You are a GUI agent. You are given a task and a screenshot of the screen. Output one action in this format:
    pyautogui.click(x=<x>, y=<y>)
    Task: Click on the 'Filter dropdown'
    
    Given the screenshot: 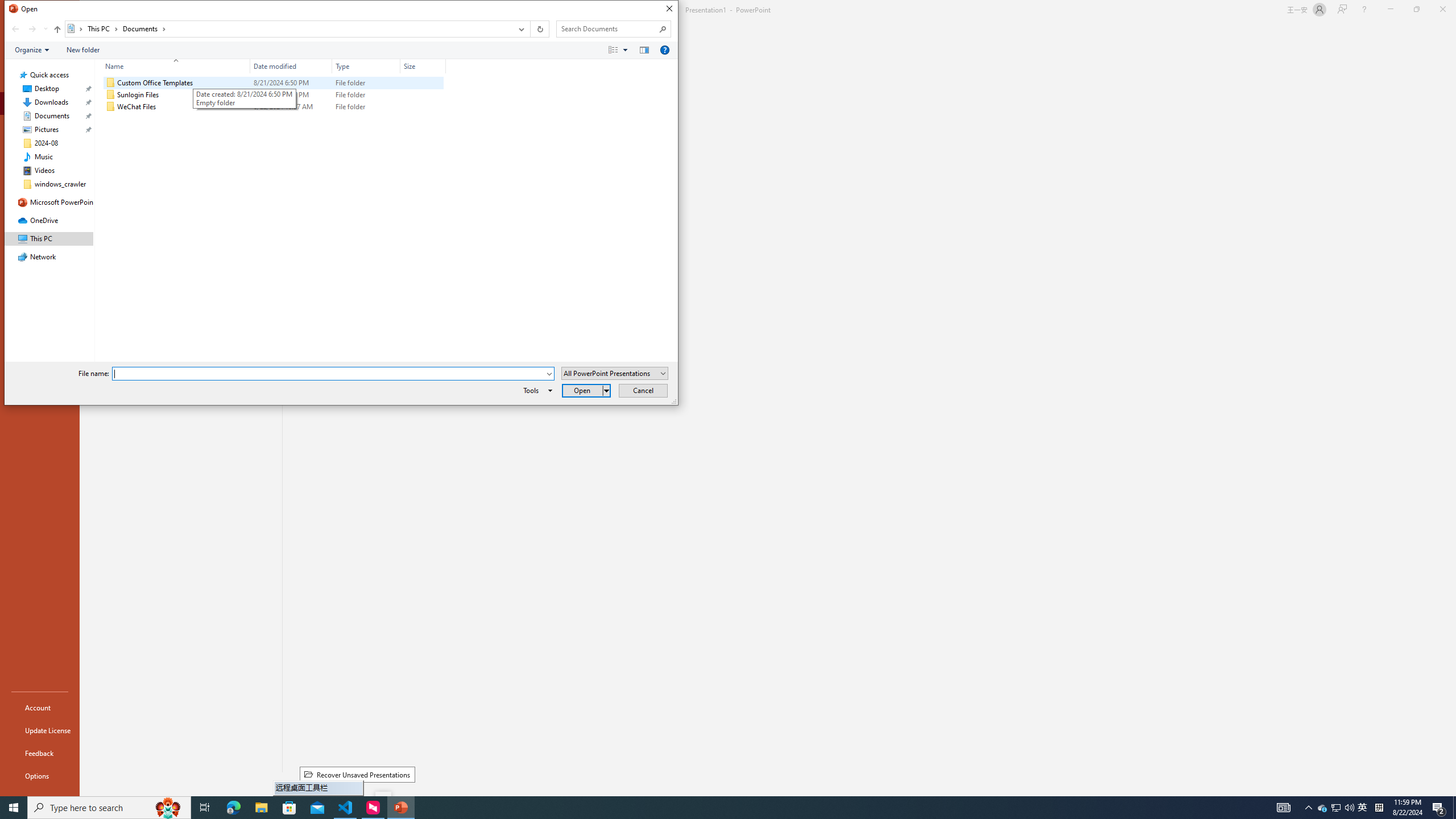 What is the action you would take?
    pyautogui.click(x=440, y=65)
    